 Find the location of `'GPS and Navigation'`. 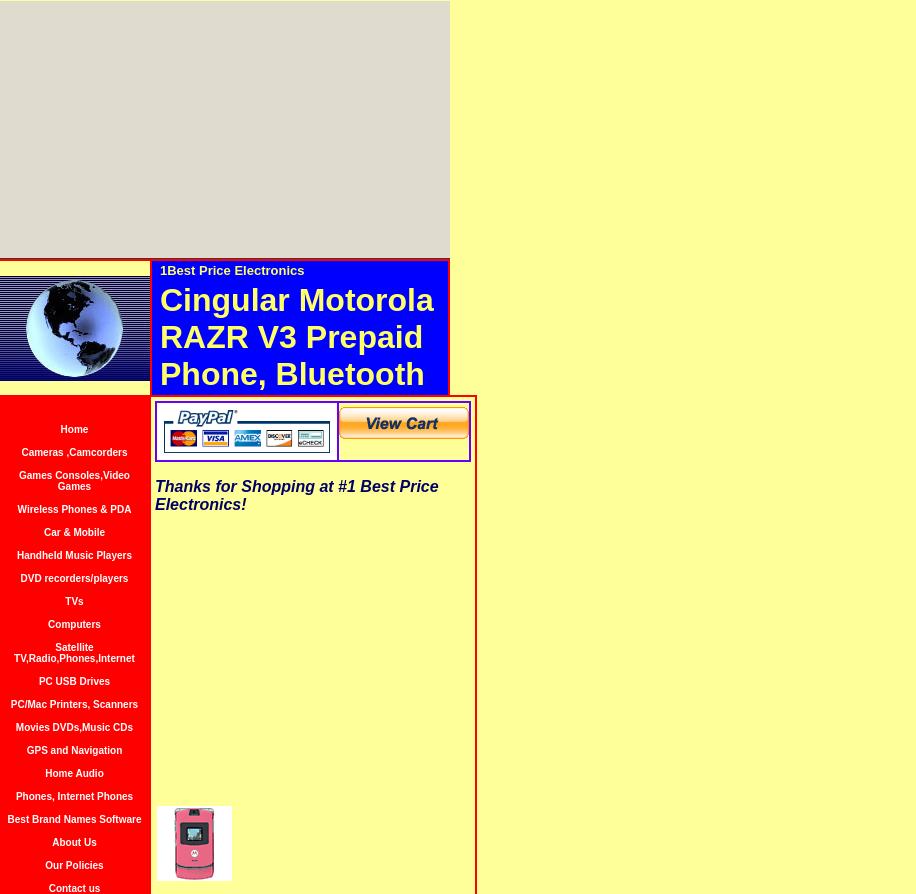

'GPS and Navigation' is located at coordinates (73, 749).